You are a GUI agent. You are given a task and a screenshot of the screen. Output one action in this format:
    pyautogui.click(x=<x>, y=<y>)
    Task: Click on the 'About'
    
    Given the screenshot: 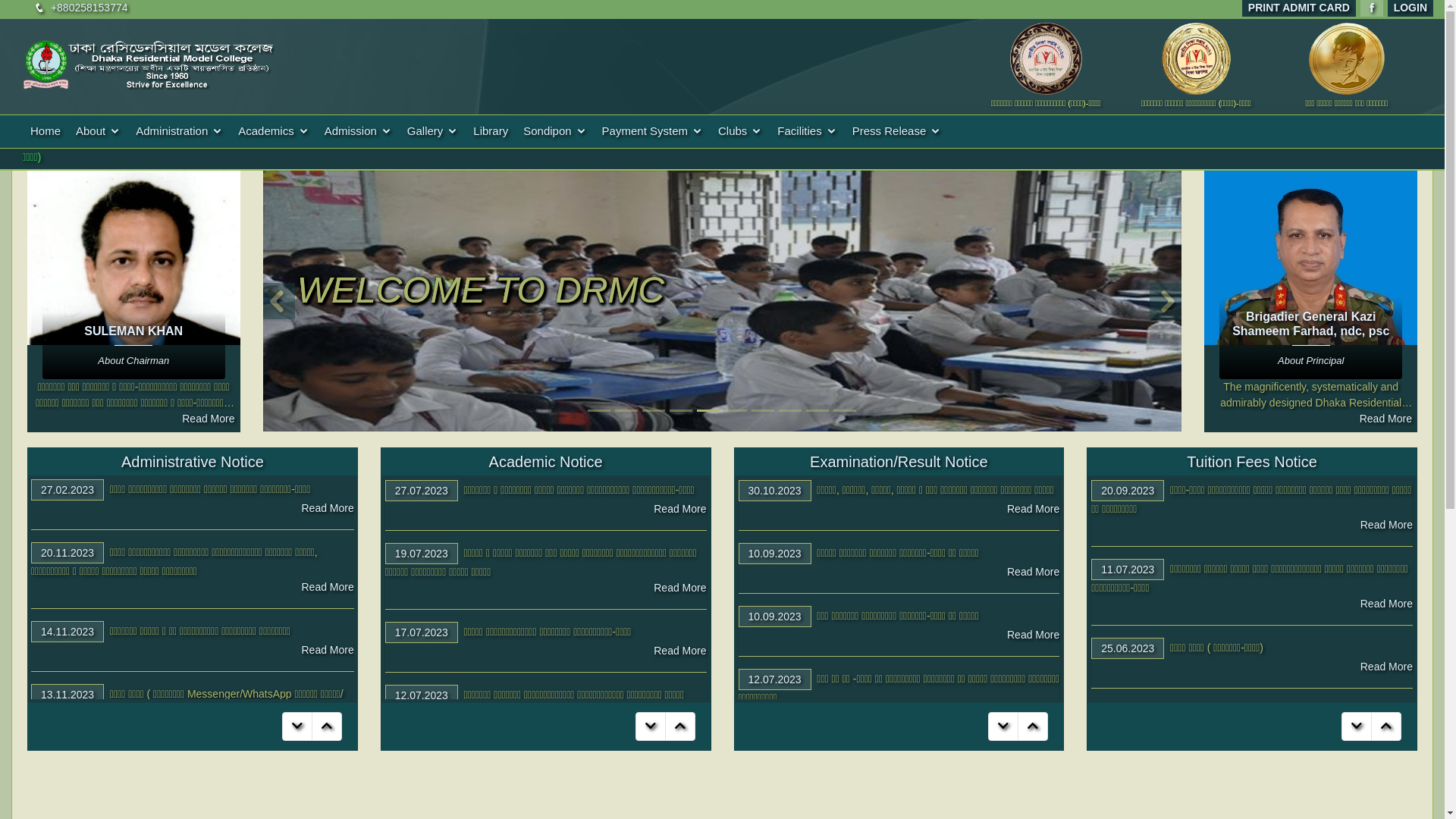 What is the action you would take?
    pyautogui.click(x=97, y=130)
    